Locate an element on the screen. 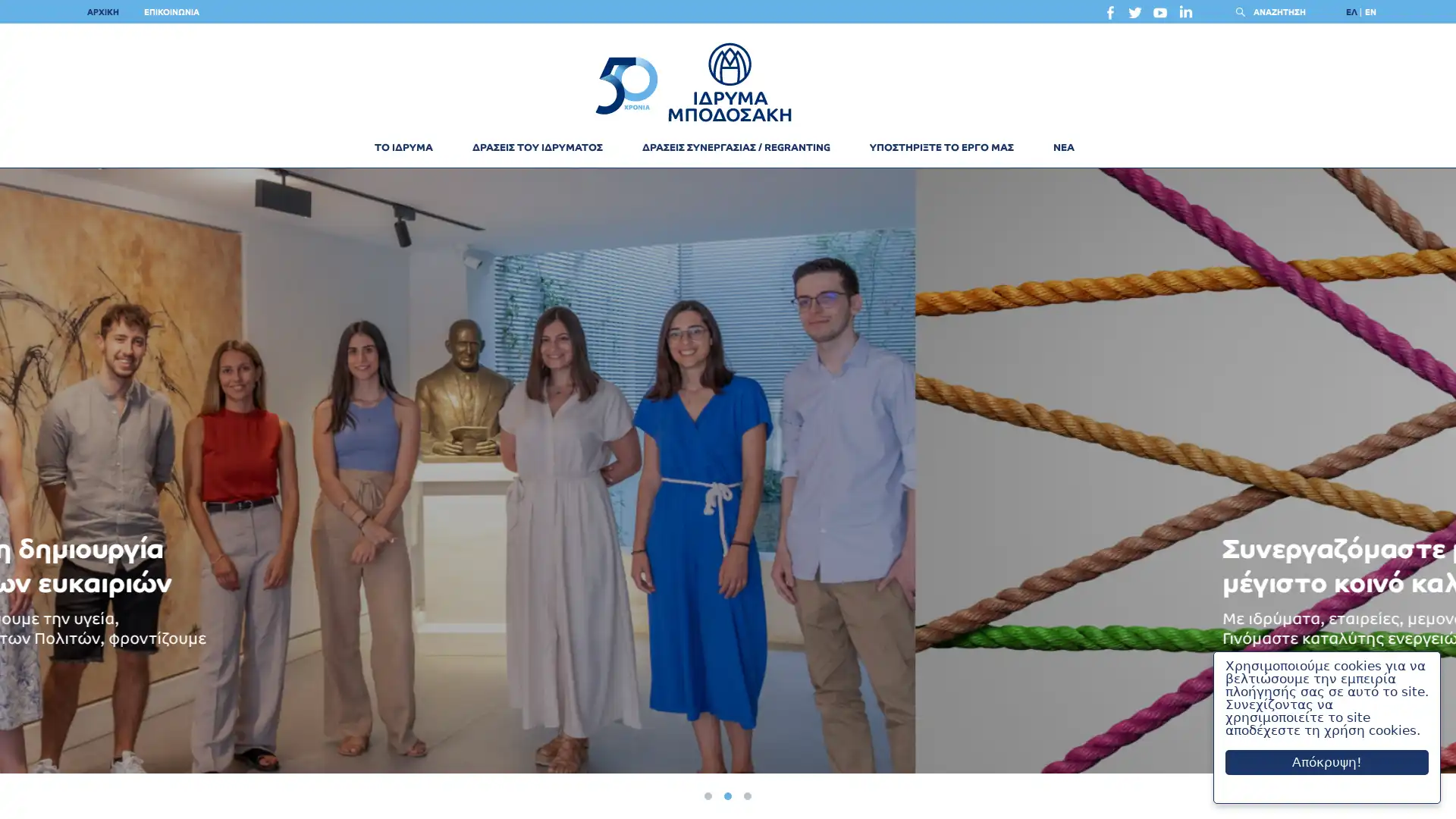  1 is located at coordinates (708, 792).